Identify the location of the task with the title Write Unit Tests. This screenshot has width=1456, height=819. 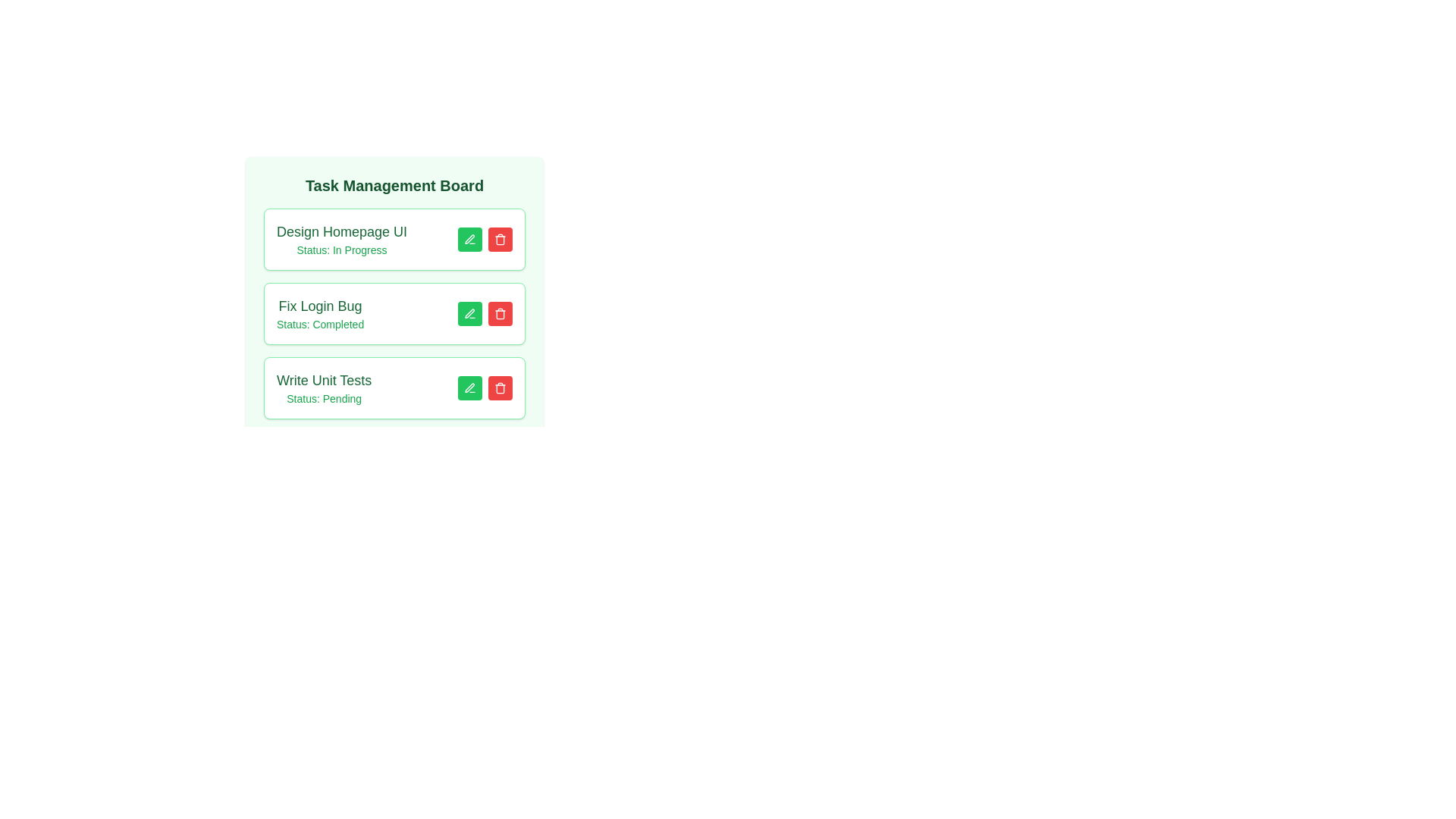
(500, 388).